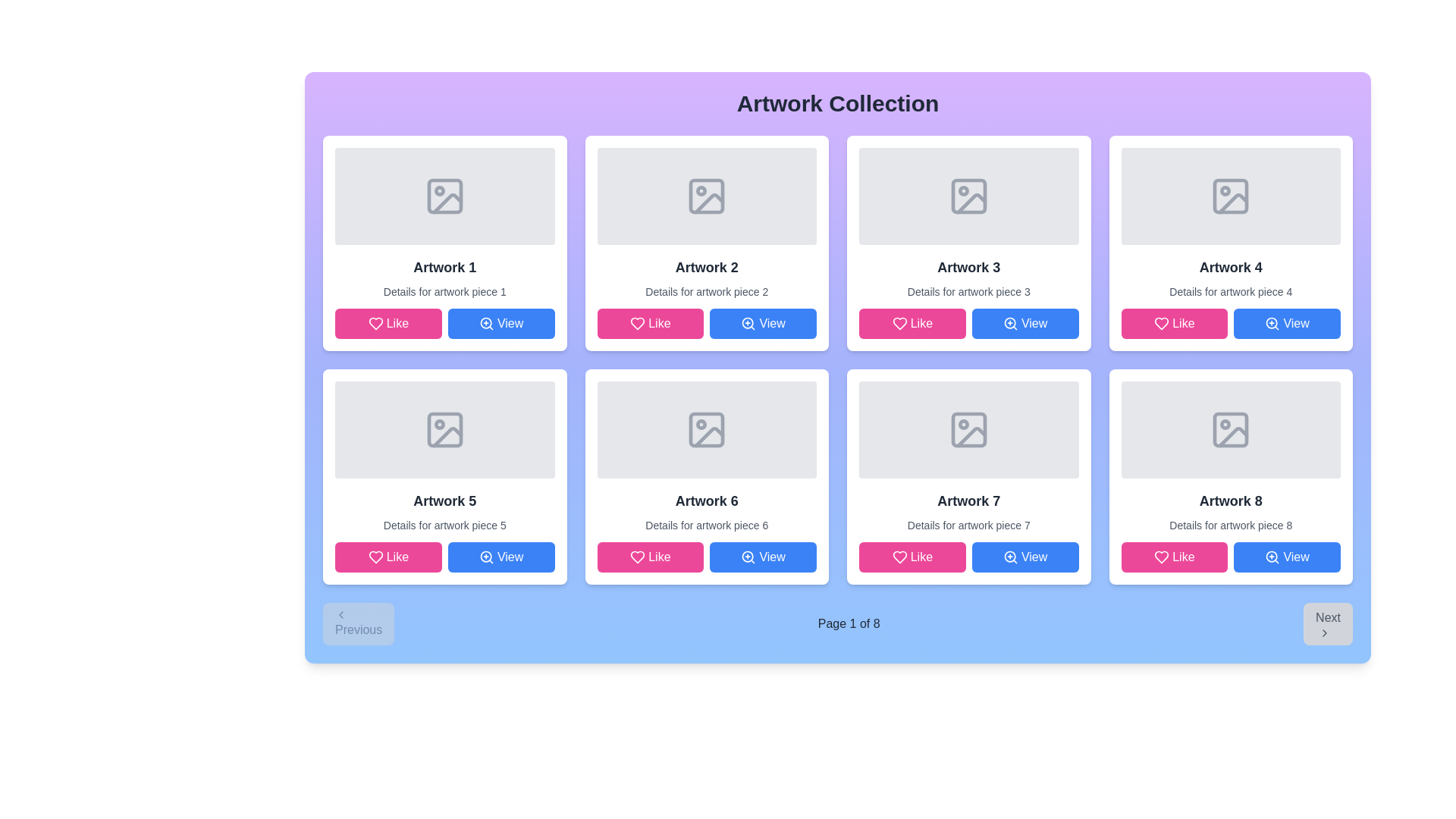 This screenshot has width=1456, height=819. I want to click on the zoom-in icon located within the 'View' button below the 'Artwork 6' card in the second row, third column of the grid layout, so click(748, 557).